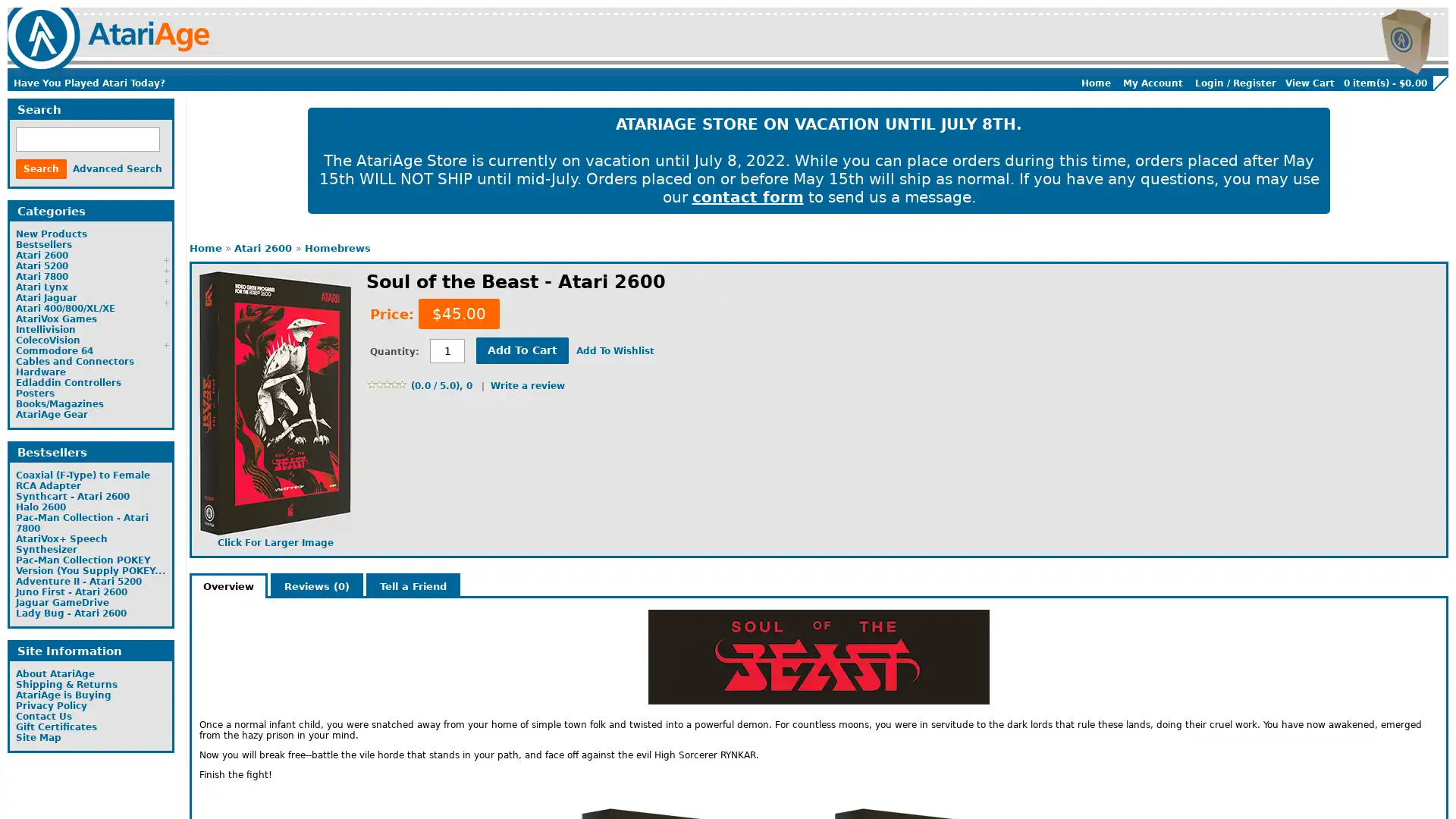 This screenshot has height=819, width=1456. What do you see at coordinates (41, 169) in the screenshot?
I see `Search` at bounding box center [41, 169].